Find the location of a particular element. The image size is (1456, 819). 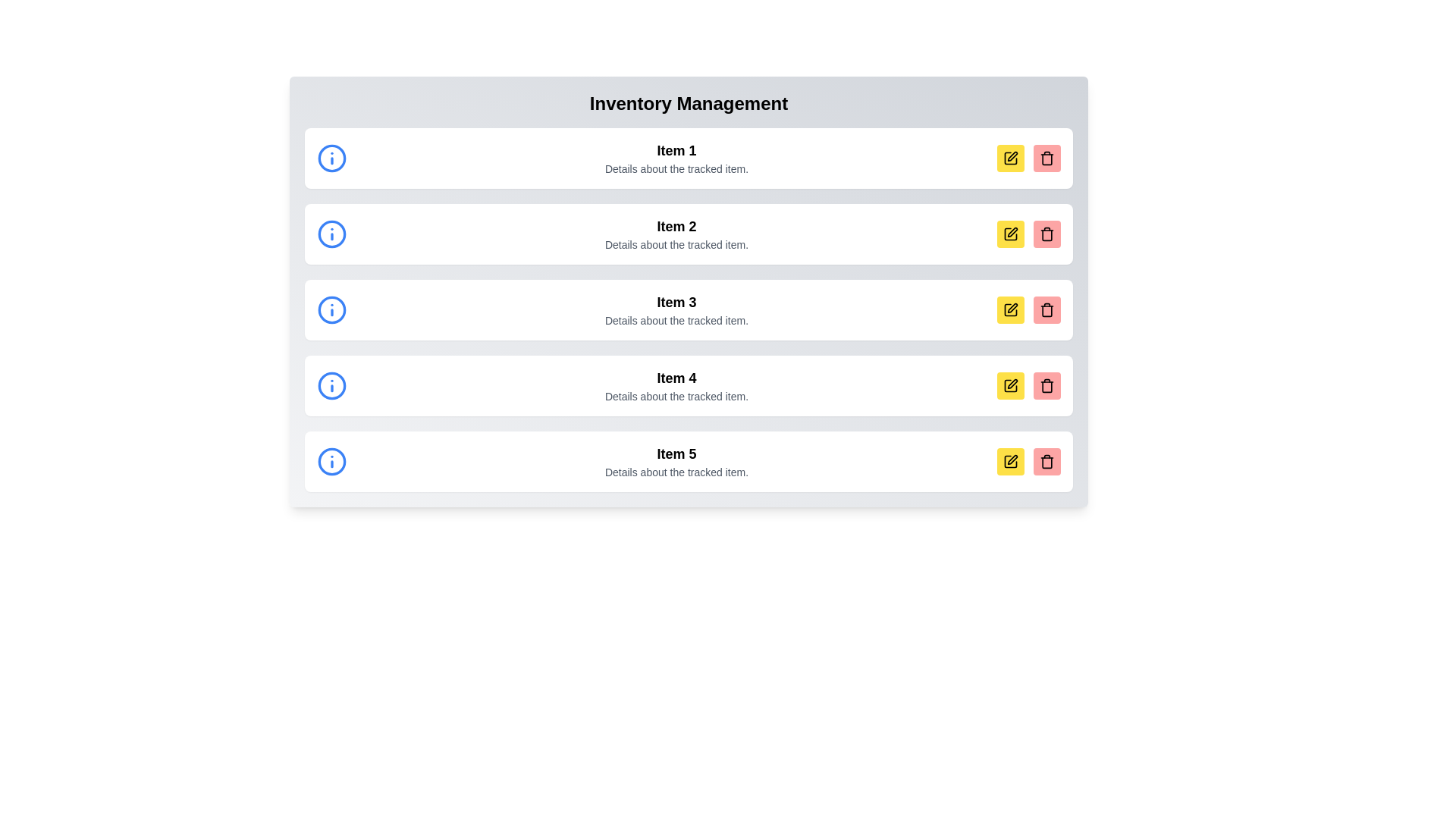

the Text block that displays a header and additional details for an item in the inventory management list, positioned as the second entry in the vertical list under 'Inventory Management' is located at coordinates (676, 234).